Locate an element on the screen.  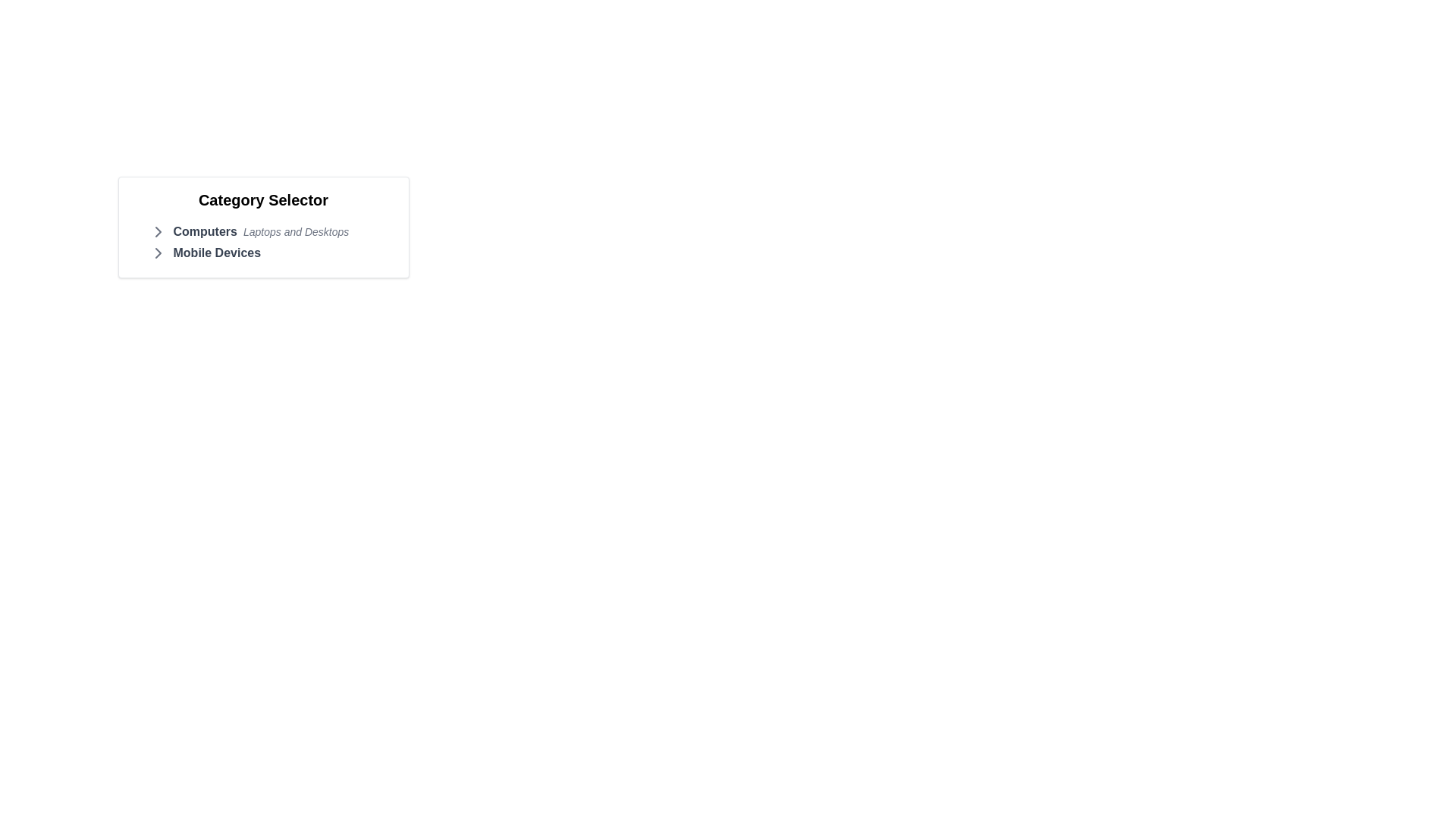
the Text element that serves as a subcategory label within the 'Category Selector' interface, located at the top-left of the first category row is located at coordinates (204, 231).